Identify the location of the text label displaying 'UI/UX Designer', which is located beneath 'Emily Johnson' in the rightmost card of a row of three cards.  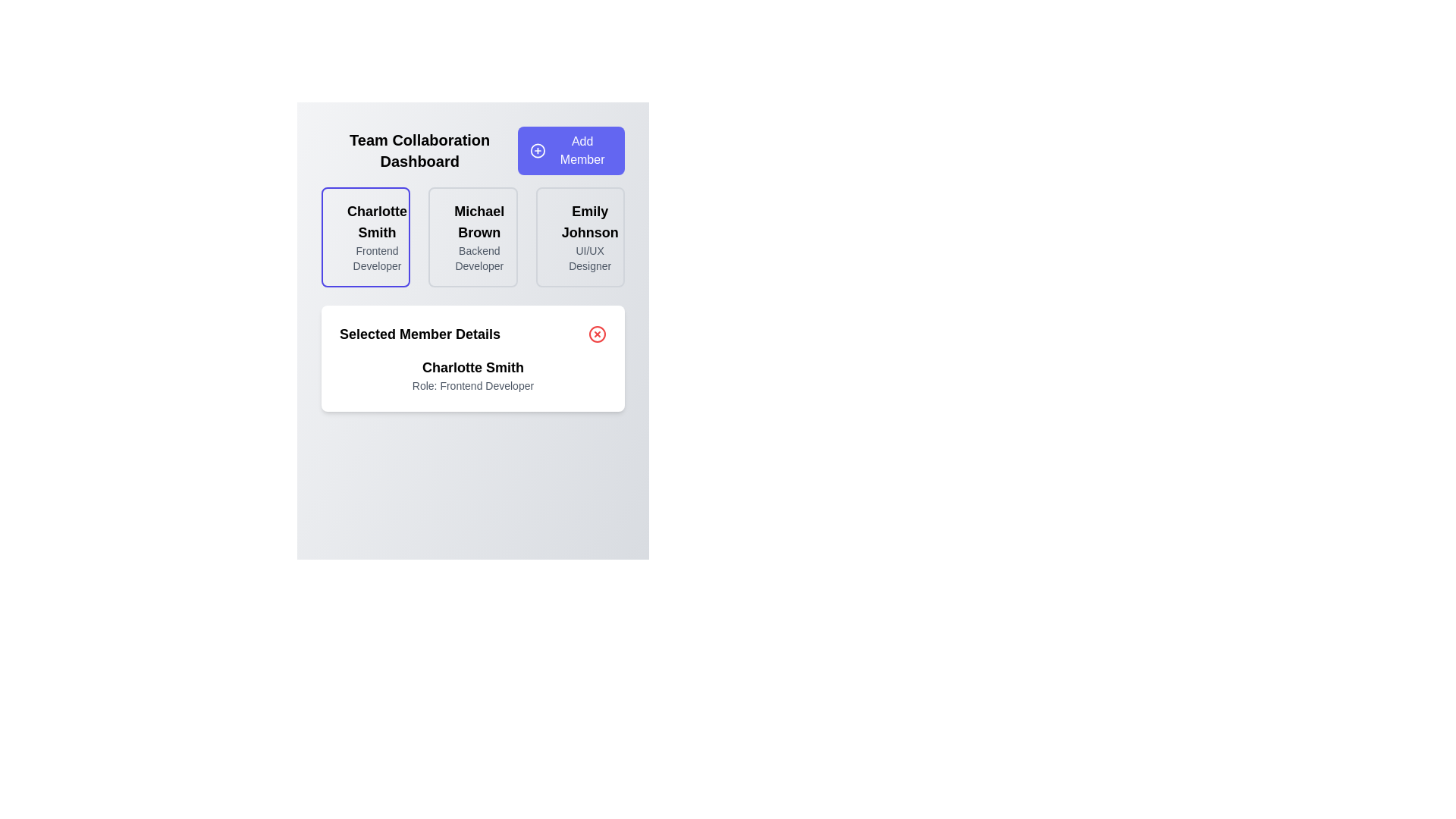
(589, 257).